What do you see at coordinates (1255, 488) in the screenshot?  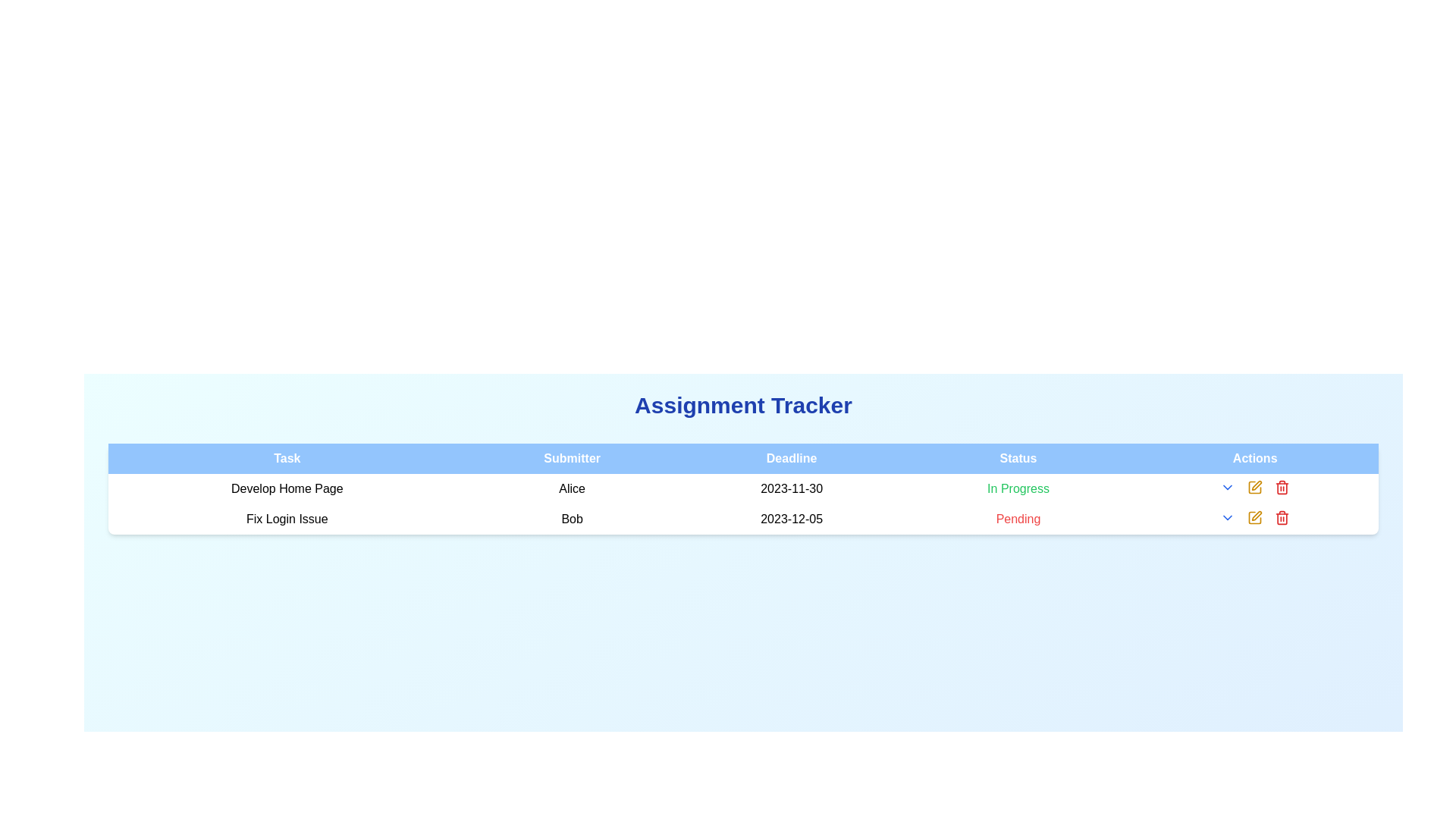 I see `the edit button, which is a rectangular-shaped icon with a stylized pen design located in the Actions column of the second row corresponding to the 'Fix Login Issue' task` at bounding box center [1255, 488].